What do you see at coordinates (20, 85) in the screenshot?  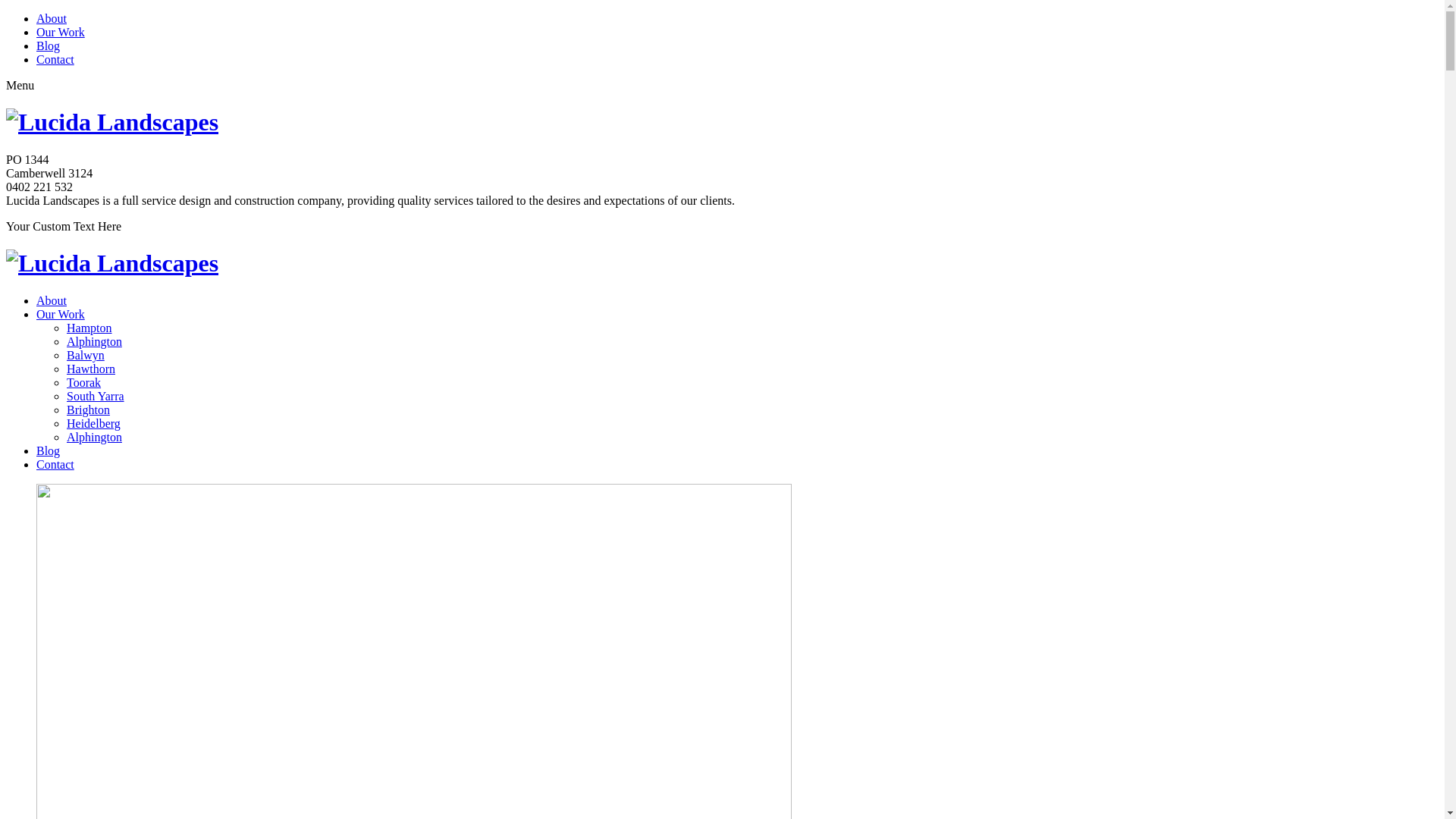 I see `'Menu'` at bounding box center [20, 85].